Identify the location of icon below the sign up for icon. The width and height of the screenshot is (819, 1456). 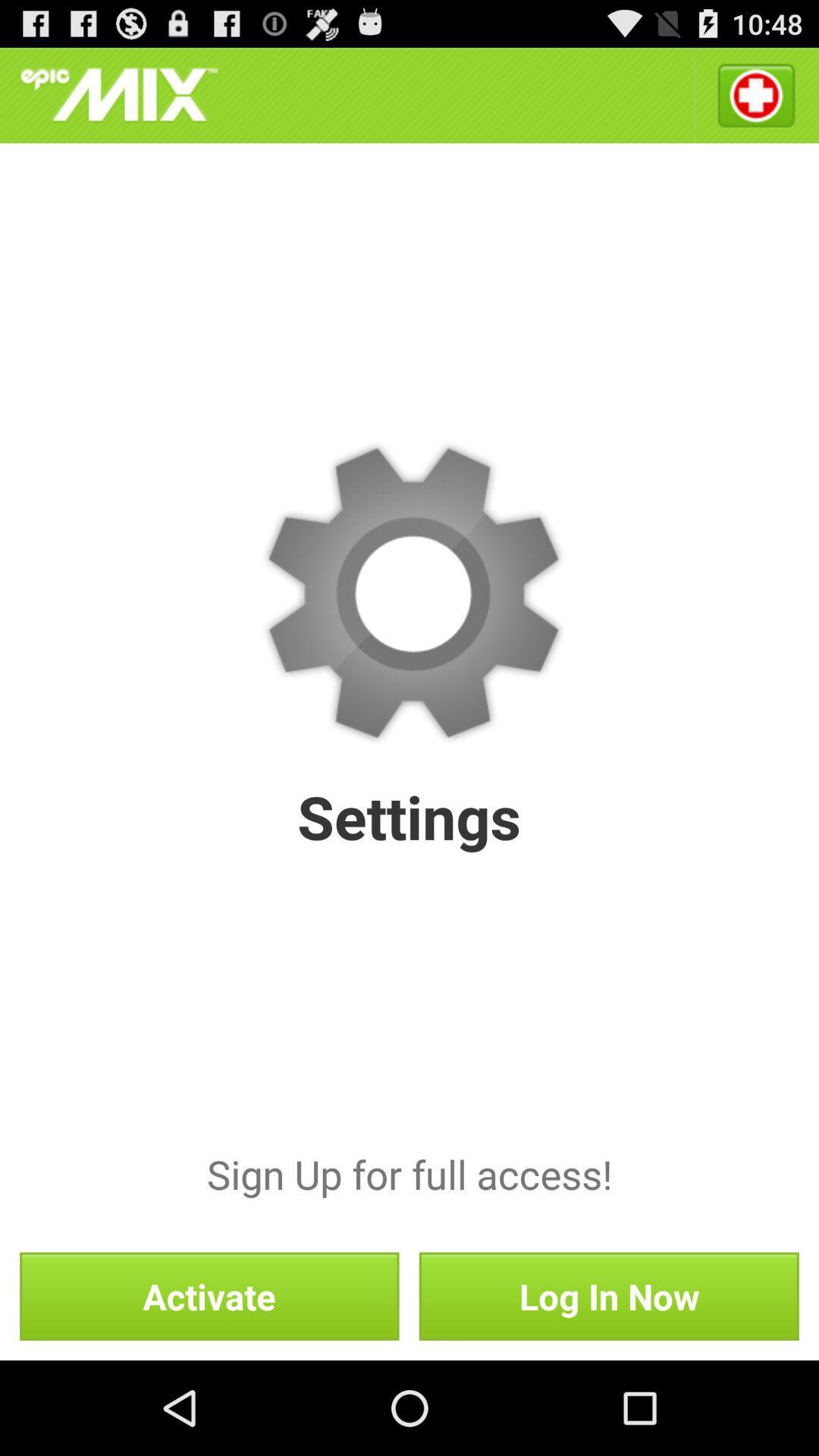
(209, 1295).